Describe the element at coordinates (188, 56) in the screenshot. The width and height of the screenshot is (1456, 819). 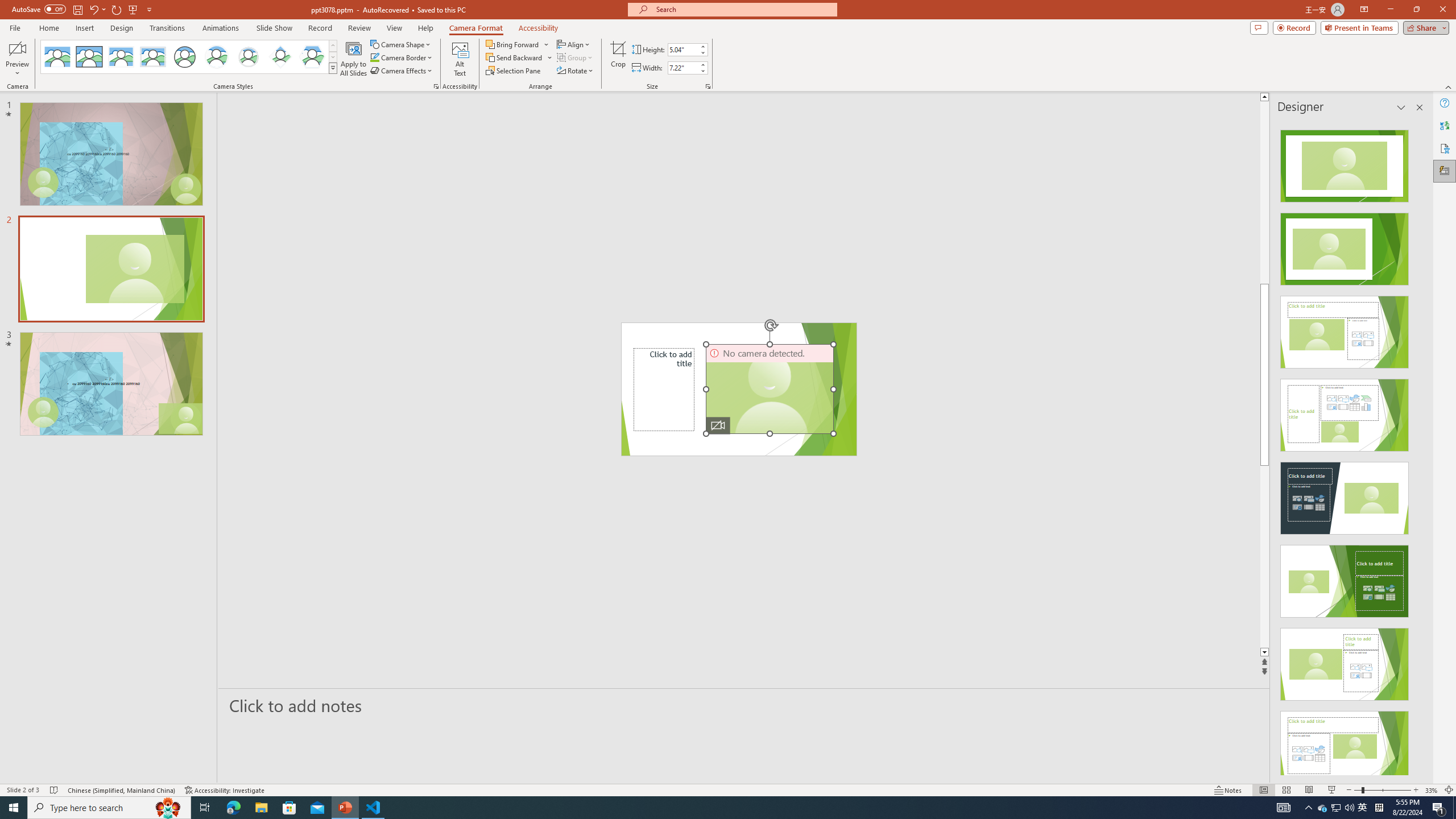
I see `'AutomationID: CameoStylesGallery'` at that location.